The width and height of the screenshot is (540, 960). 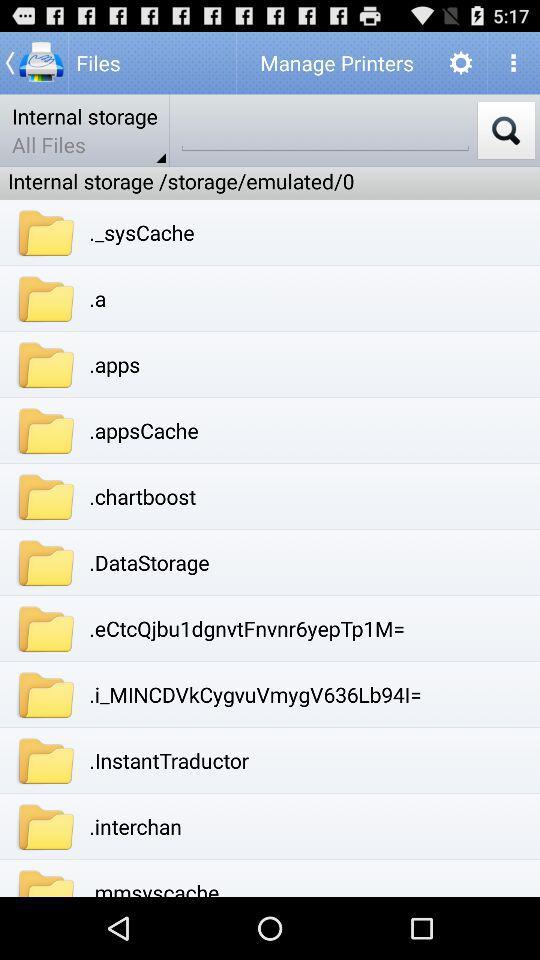 I want to click on searches internal storage, so click(x=505, y=129).